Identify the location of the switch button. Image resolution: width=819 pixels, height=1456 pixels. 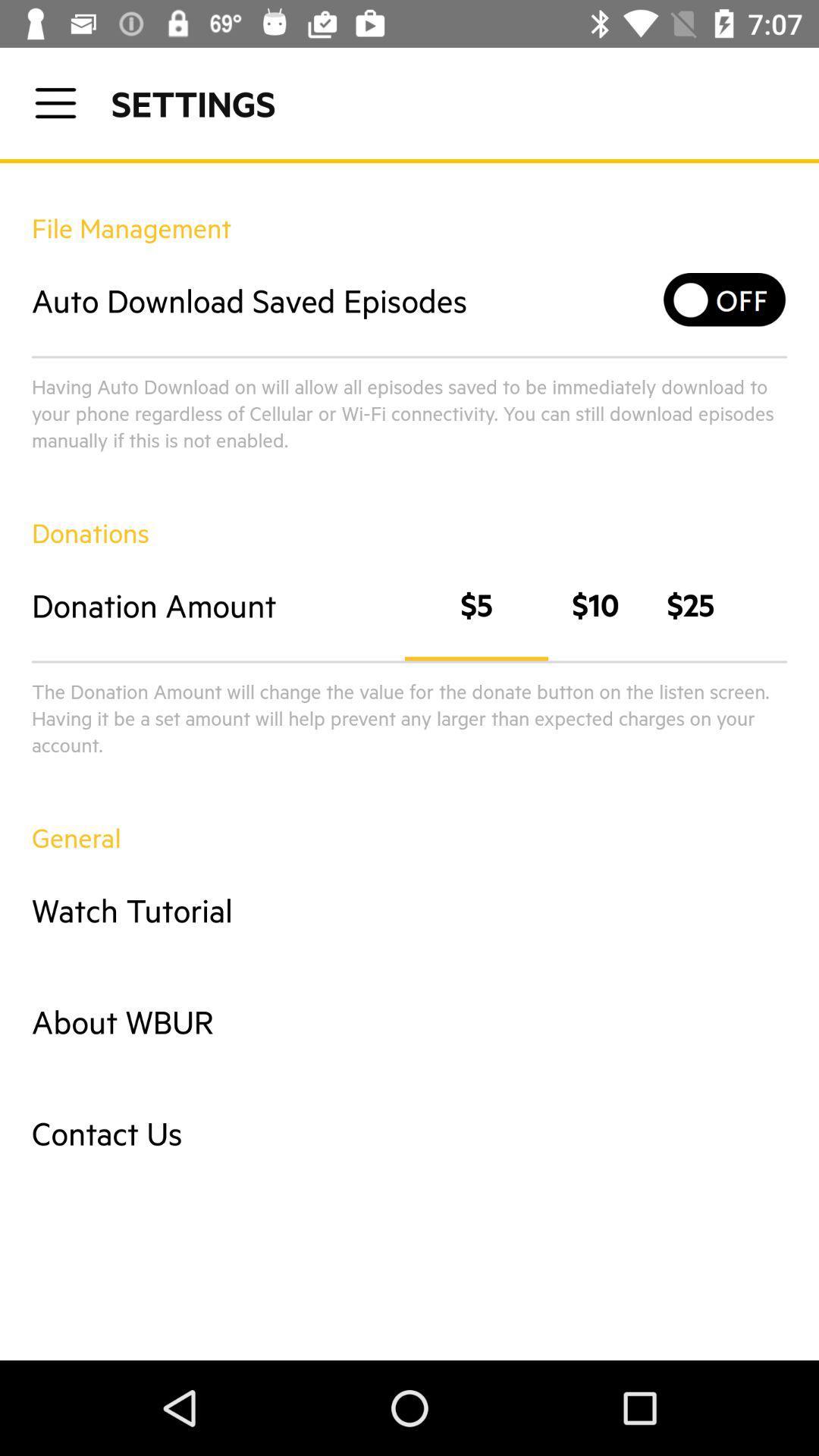
(724, 300).